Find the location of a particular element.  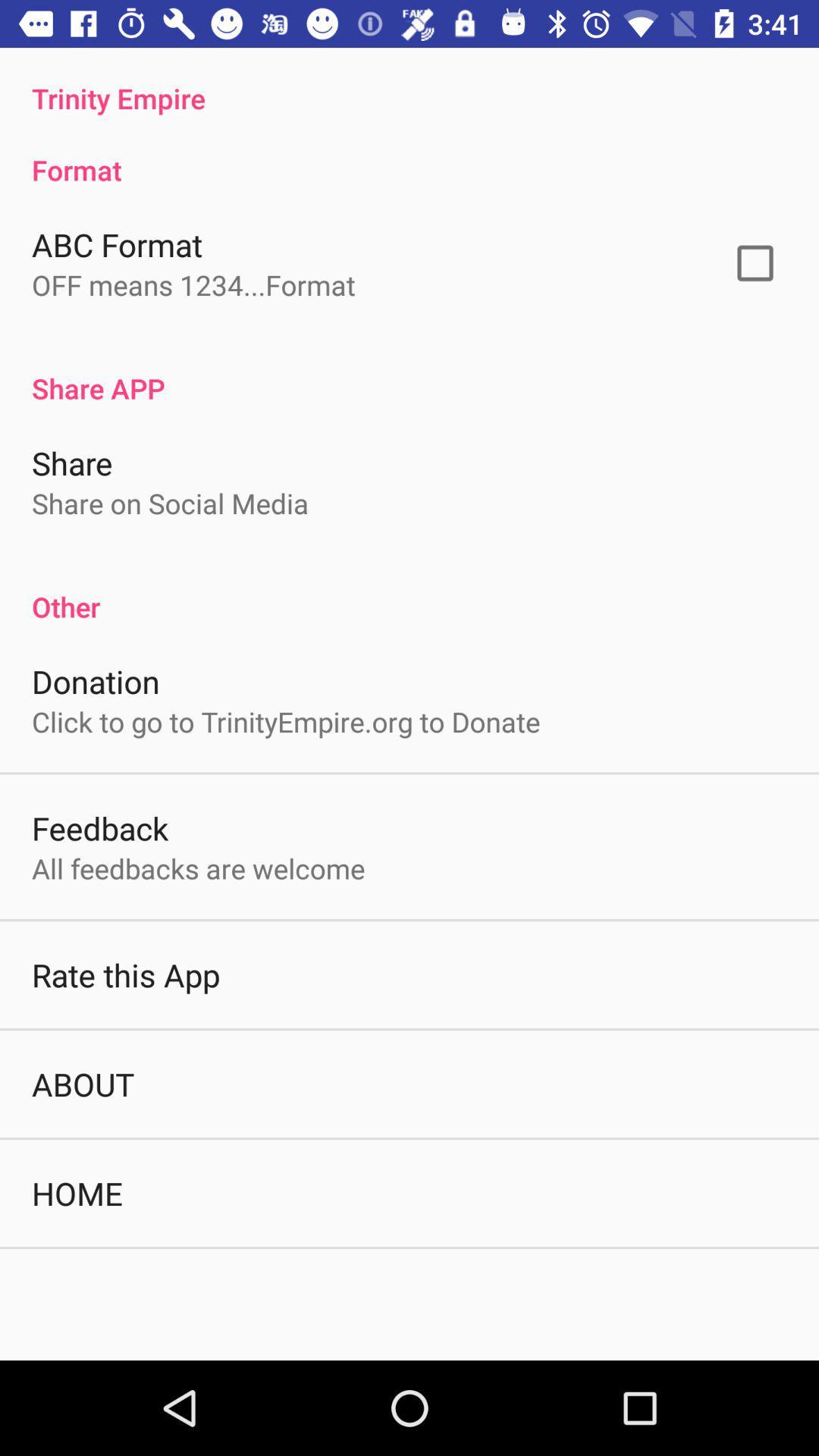

the button next to the abc format is located at coordinates (755, 262).